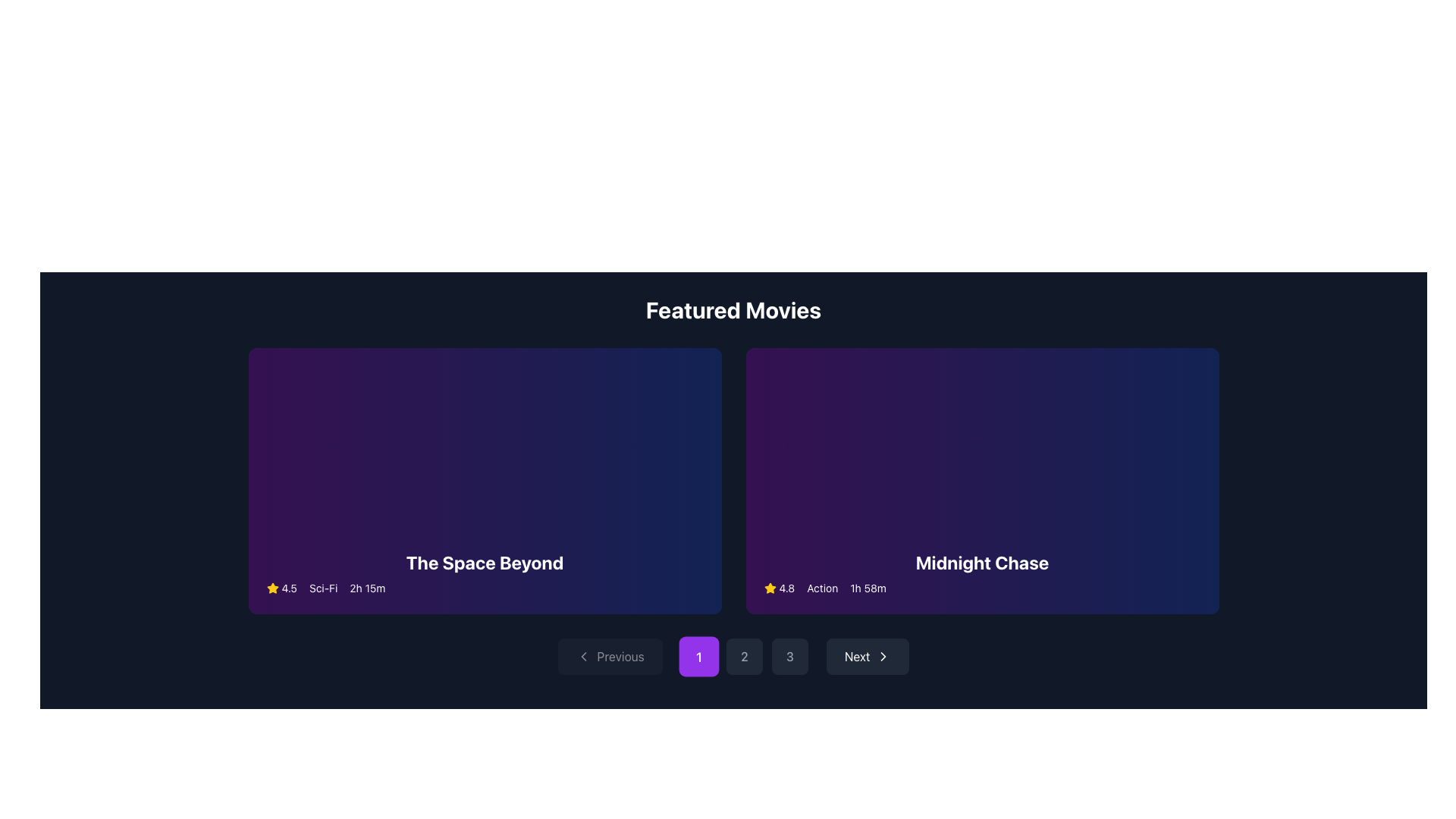  Describe the element at coordinates (744, 656) in the screenshot. I see `the square button with the numeral '2' that is centrally located in the bottom row of buttons` at that location.